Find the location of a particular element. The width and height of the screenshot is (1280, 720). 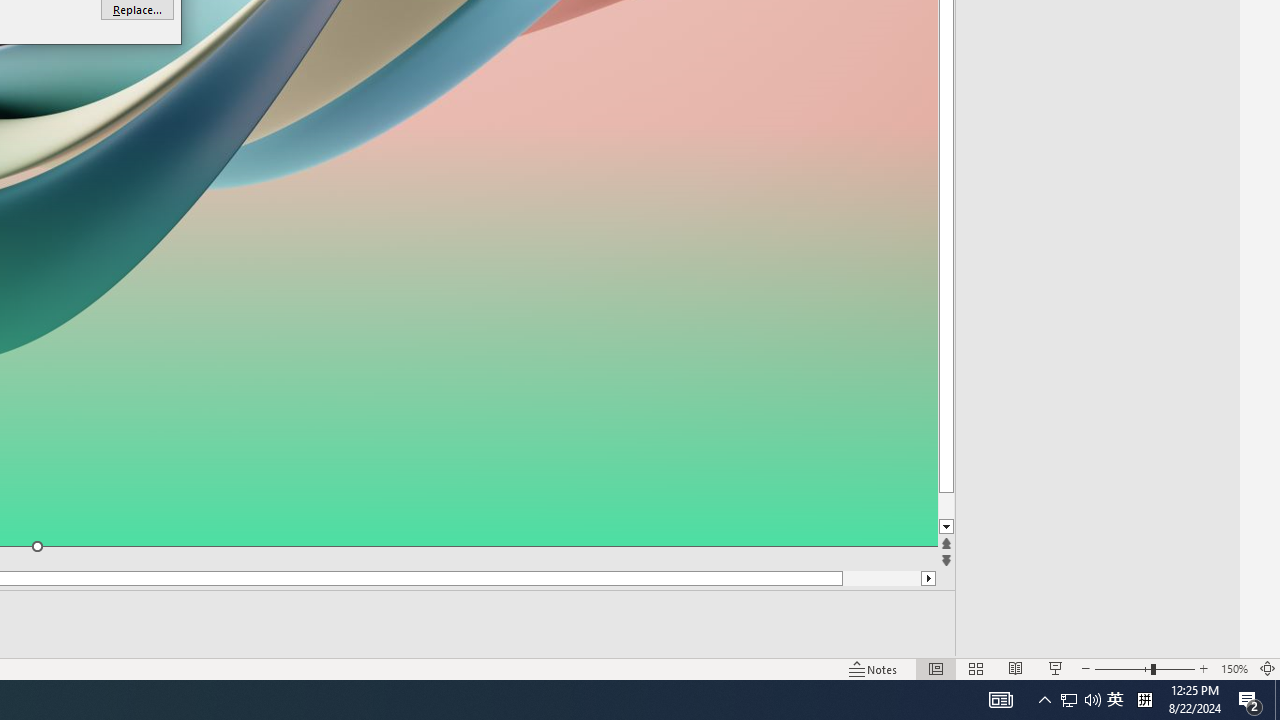

'Zoom 150%' is located at coordinates (1233, 669).